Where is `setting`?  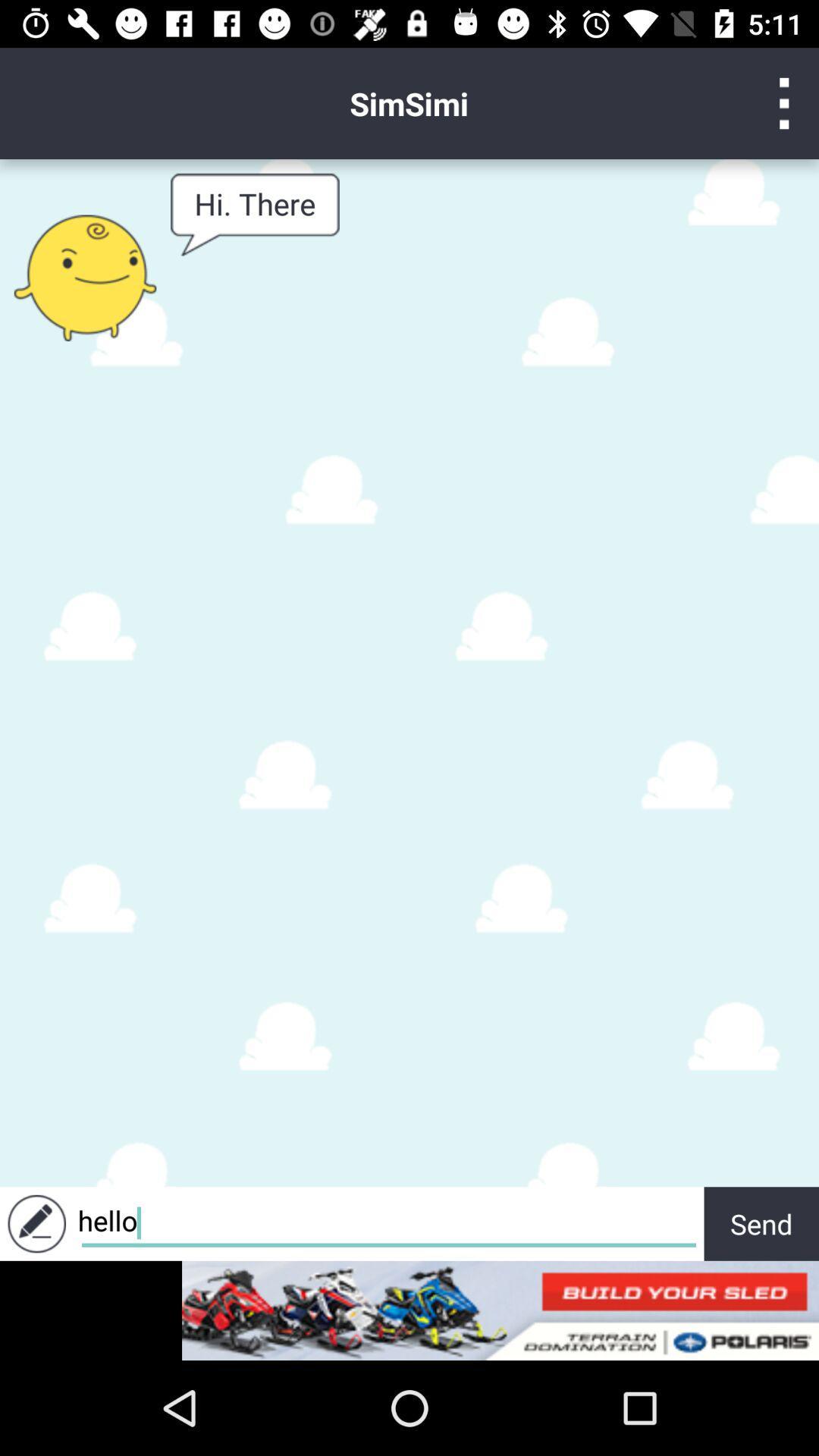 setting is located at coordinates (784, 102).